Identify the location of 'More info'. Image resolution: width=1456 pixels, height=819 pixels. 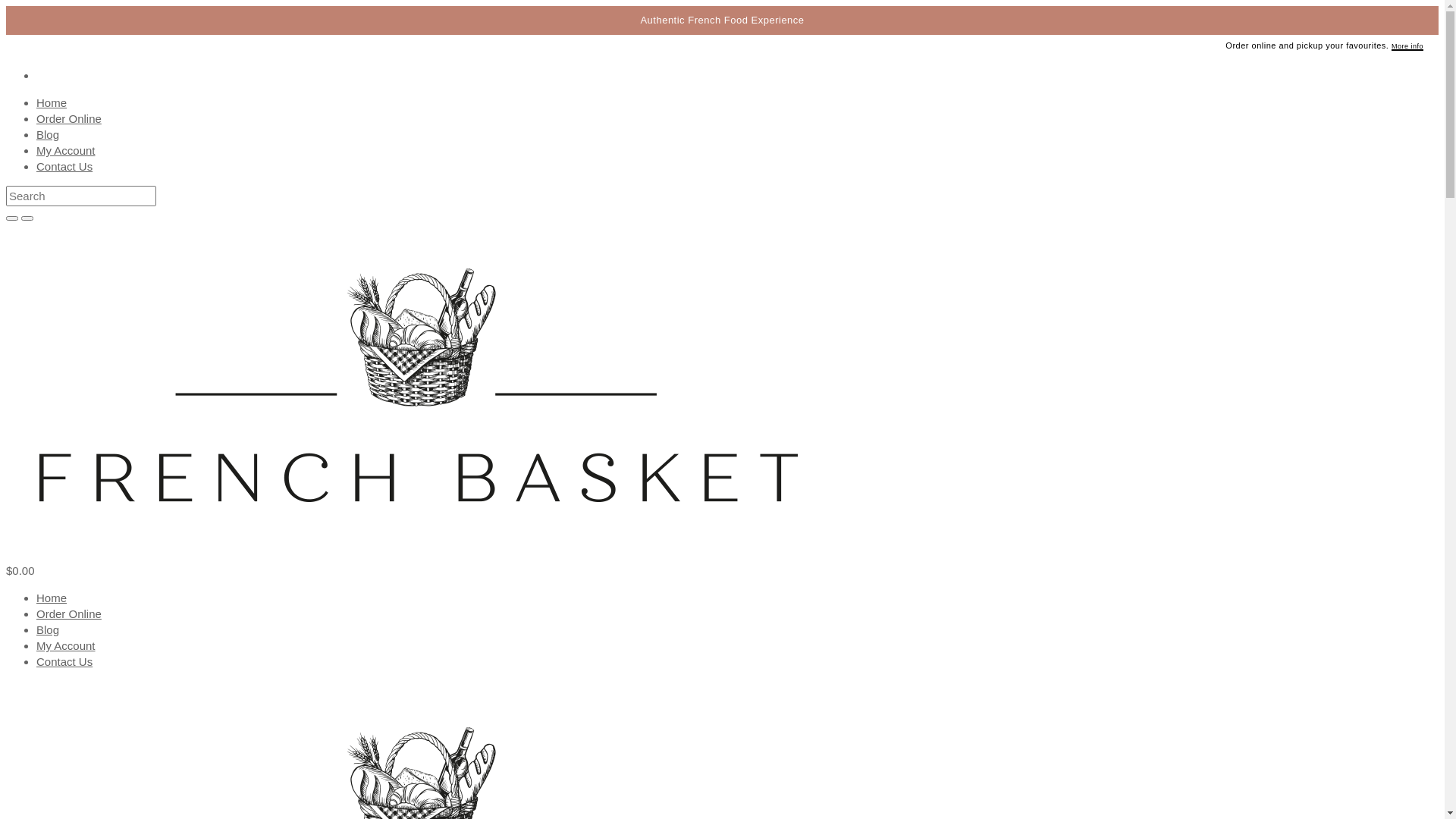
(1407, 45).